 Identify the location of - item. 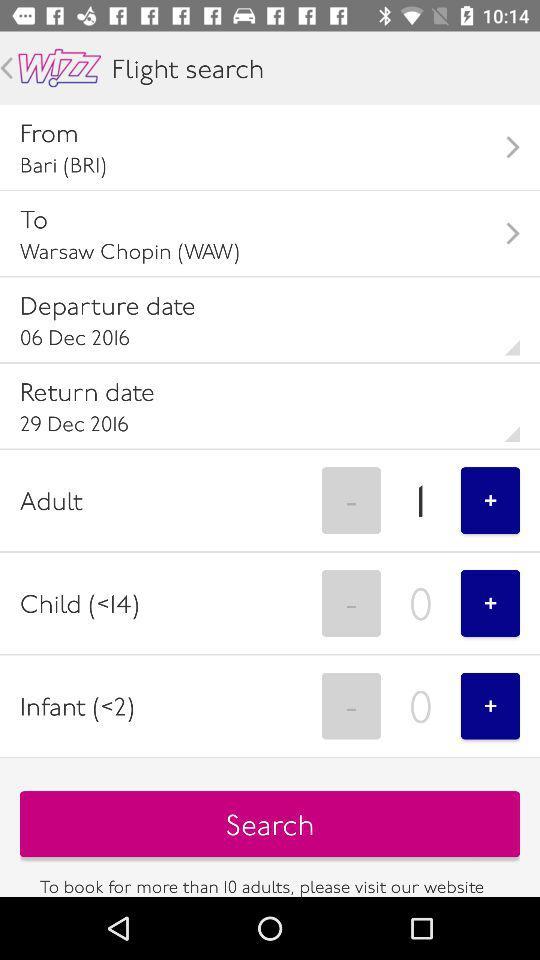
(350, 602).